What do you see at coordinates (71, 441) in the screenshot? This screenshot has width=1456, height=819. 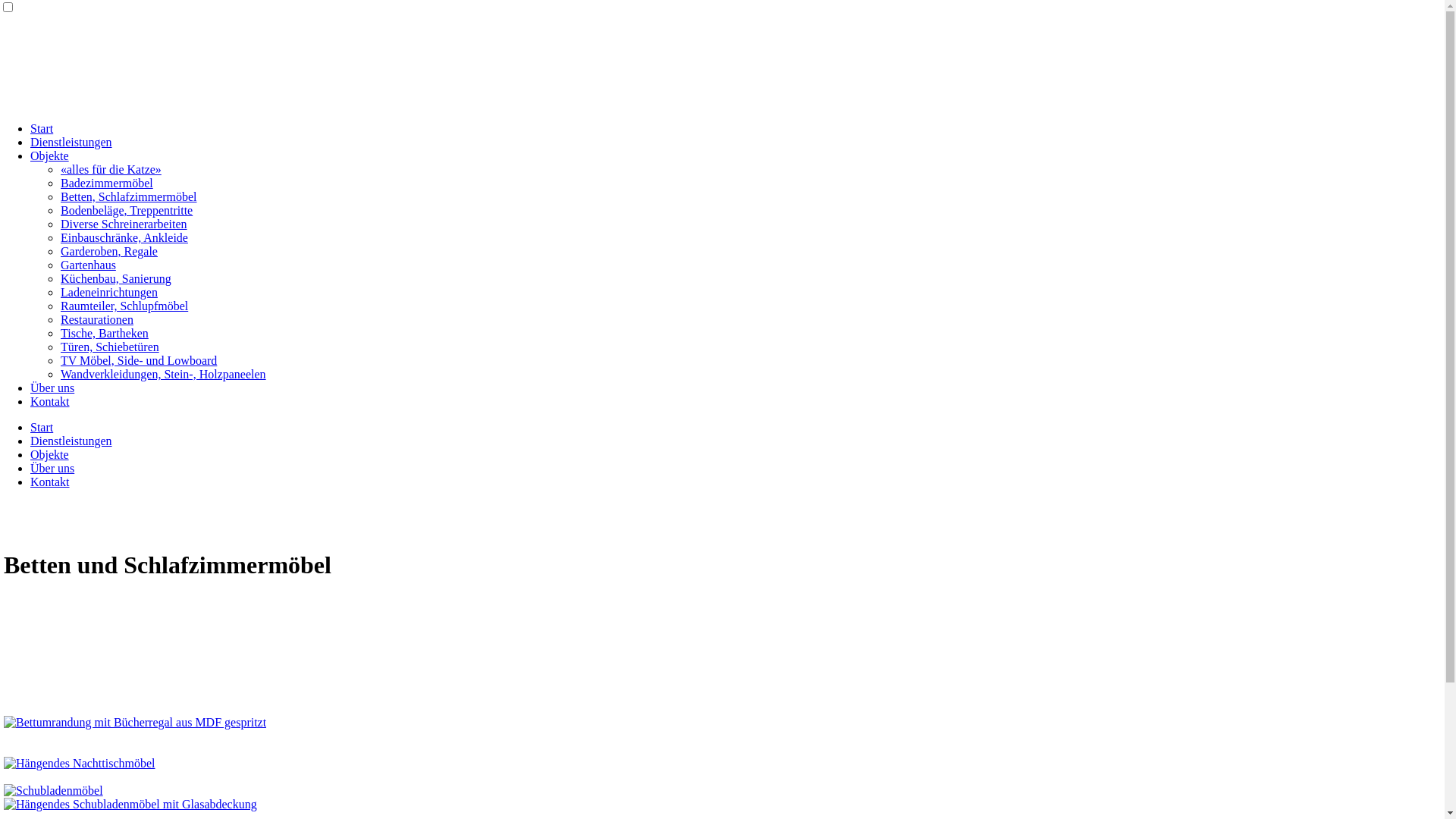 I see `'Dienstleistungen'` at bounding box center [71, 441].